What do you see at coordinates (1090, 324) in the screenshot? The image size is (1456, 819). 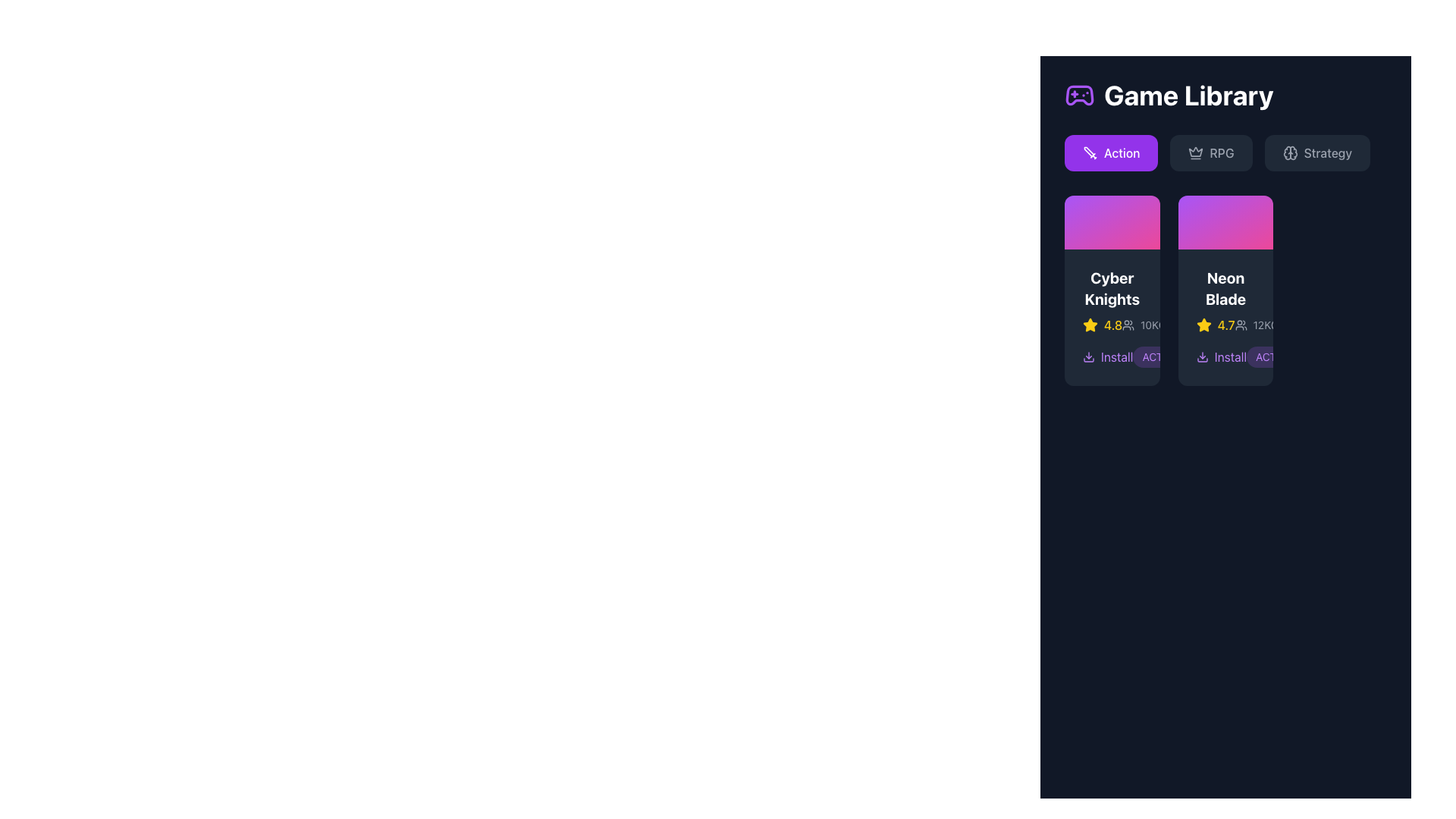 I see `the rating icon representing a score of 4.8 in the 'Cyber Knights' card located in the game library` at bounding box center [1090, 324].